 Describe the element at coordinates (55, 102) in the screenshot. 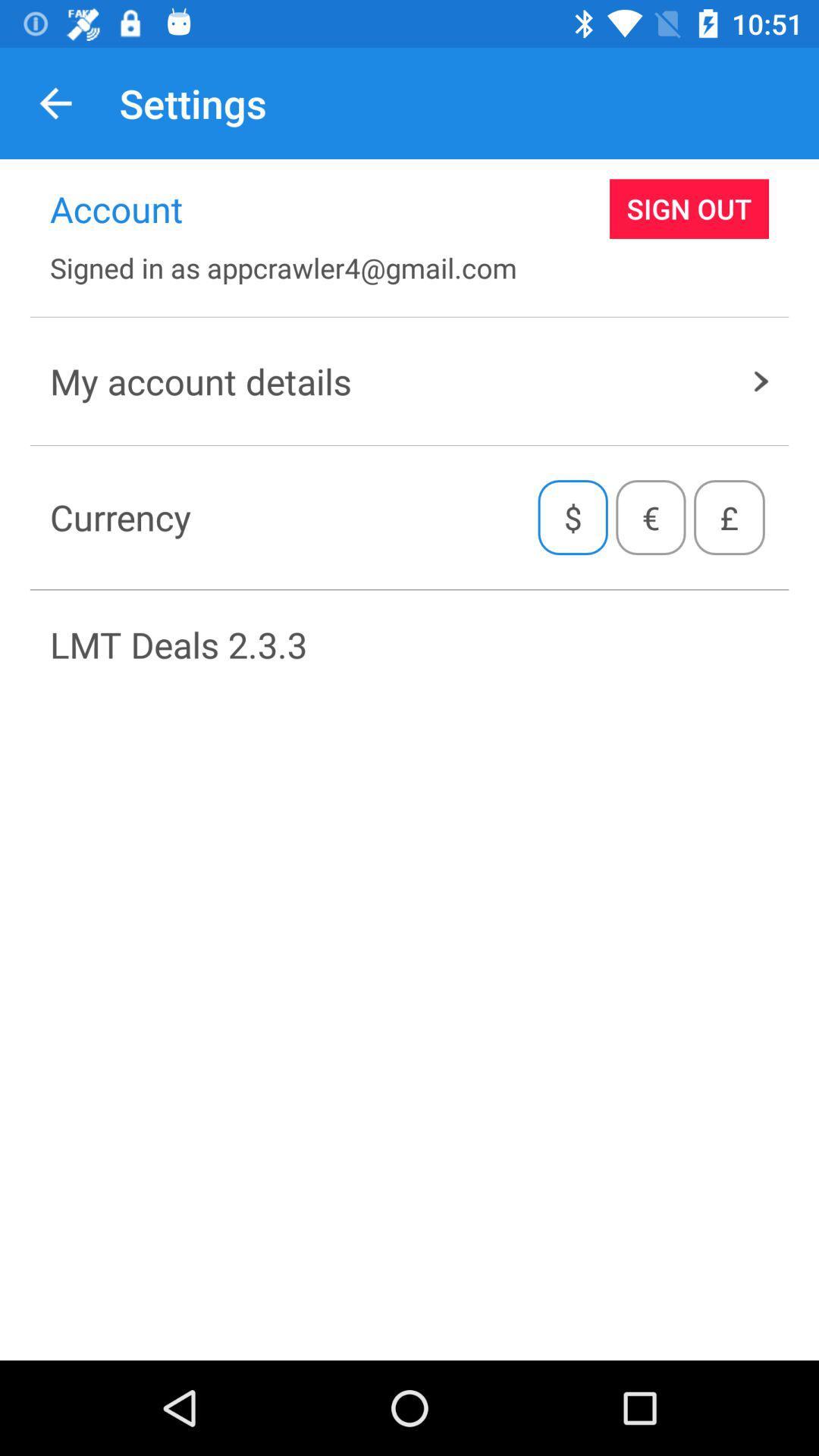

I see `the item to the left of settings app` at that location.